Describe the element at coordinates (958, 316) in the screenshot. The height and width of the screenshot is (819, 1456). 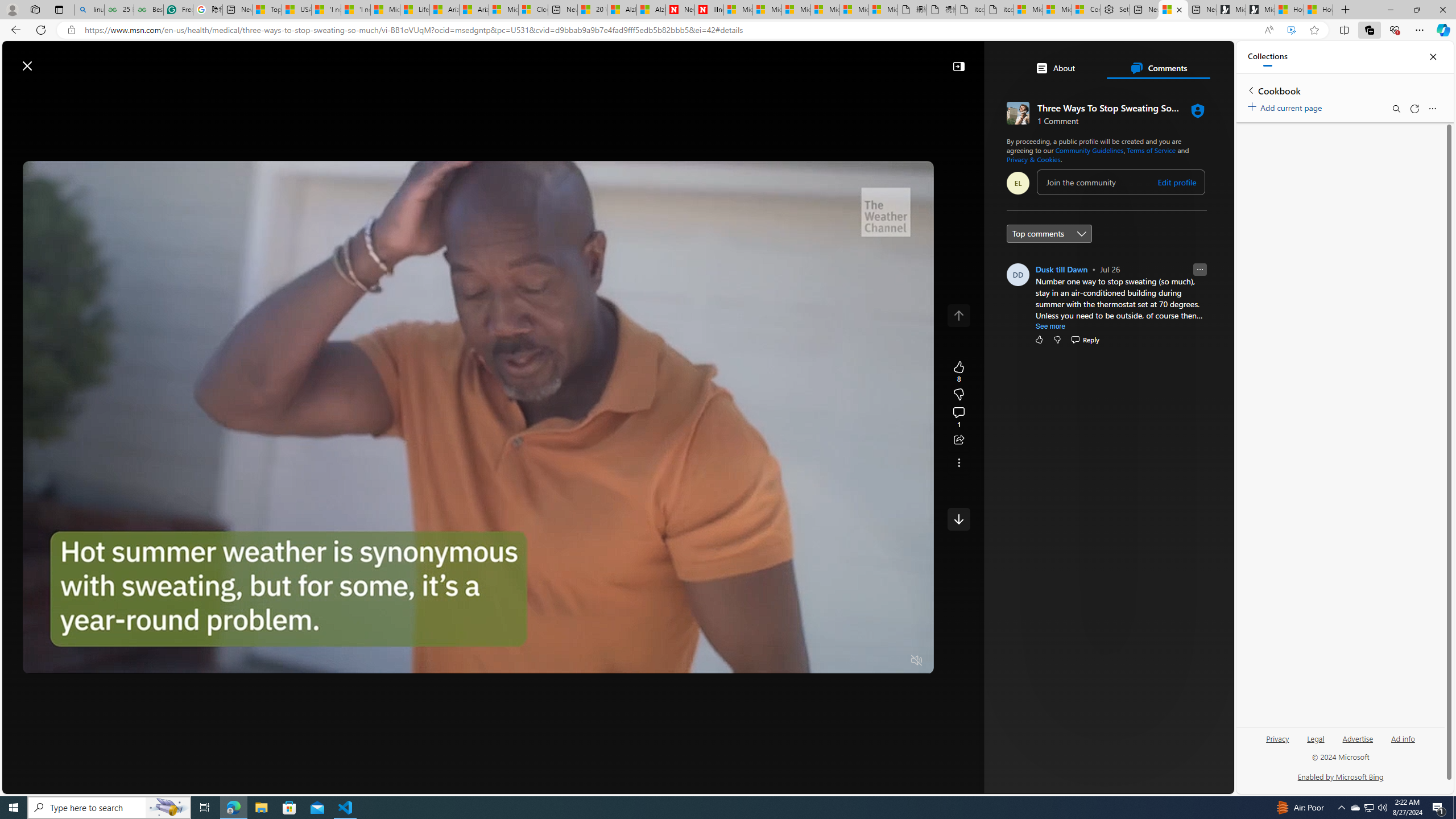
I see `'Class: control icon-only'` at that location.